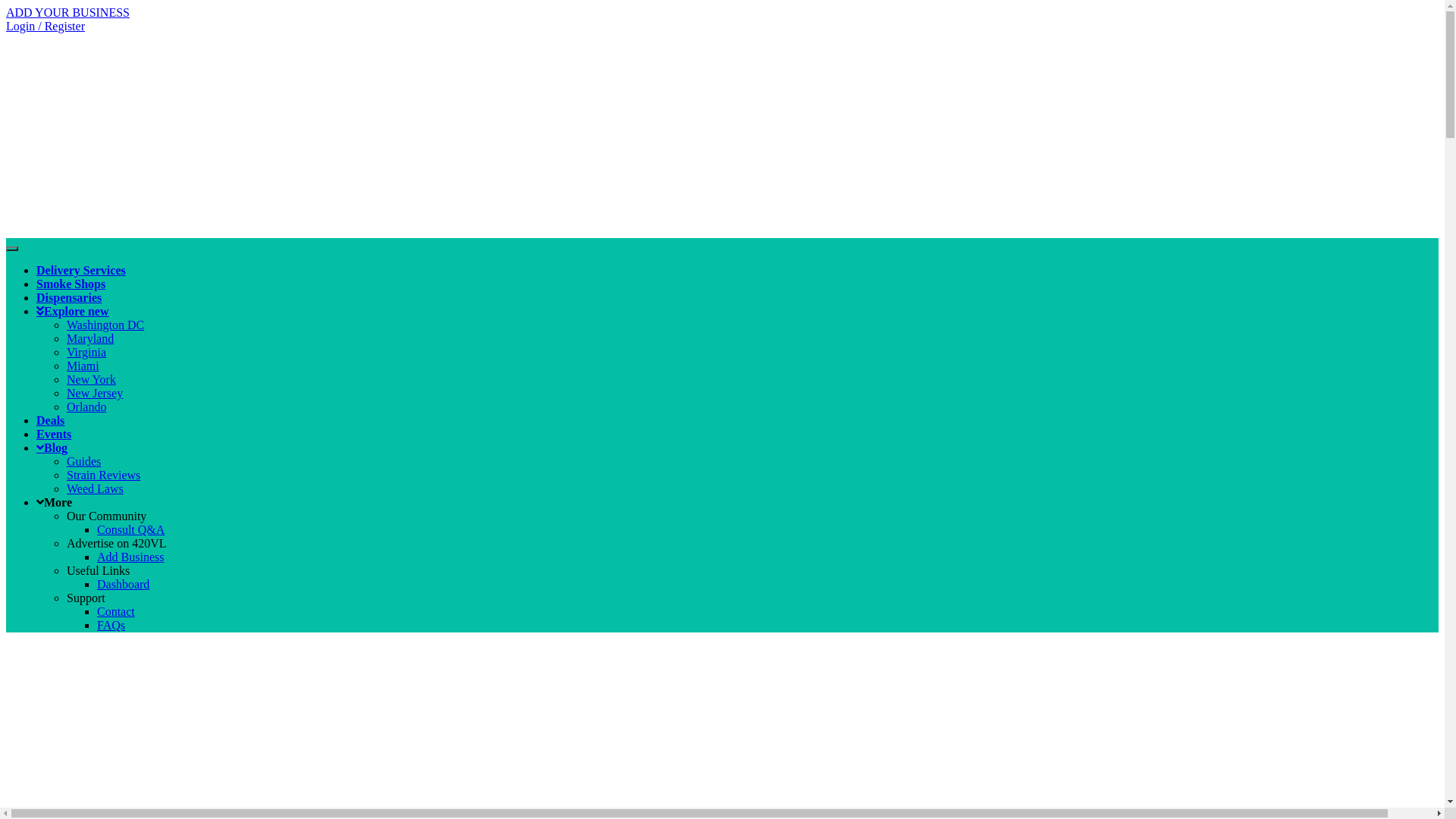 The image size is (1456, 819). Describe the element at coordinates (45, 26) in the screenshot. I see `'Login / Register'` at that location.